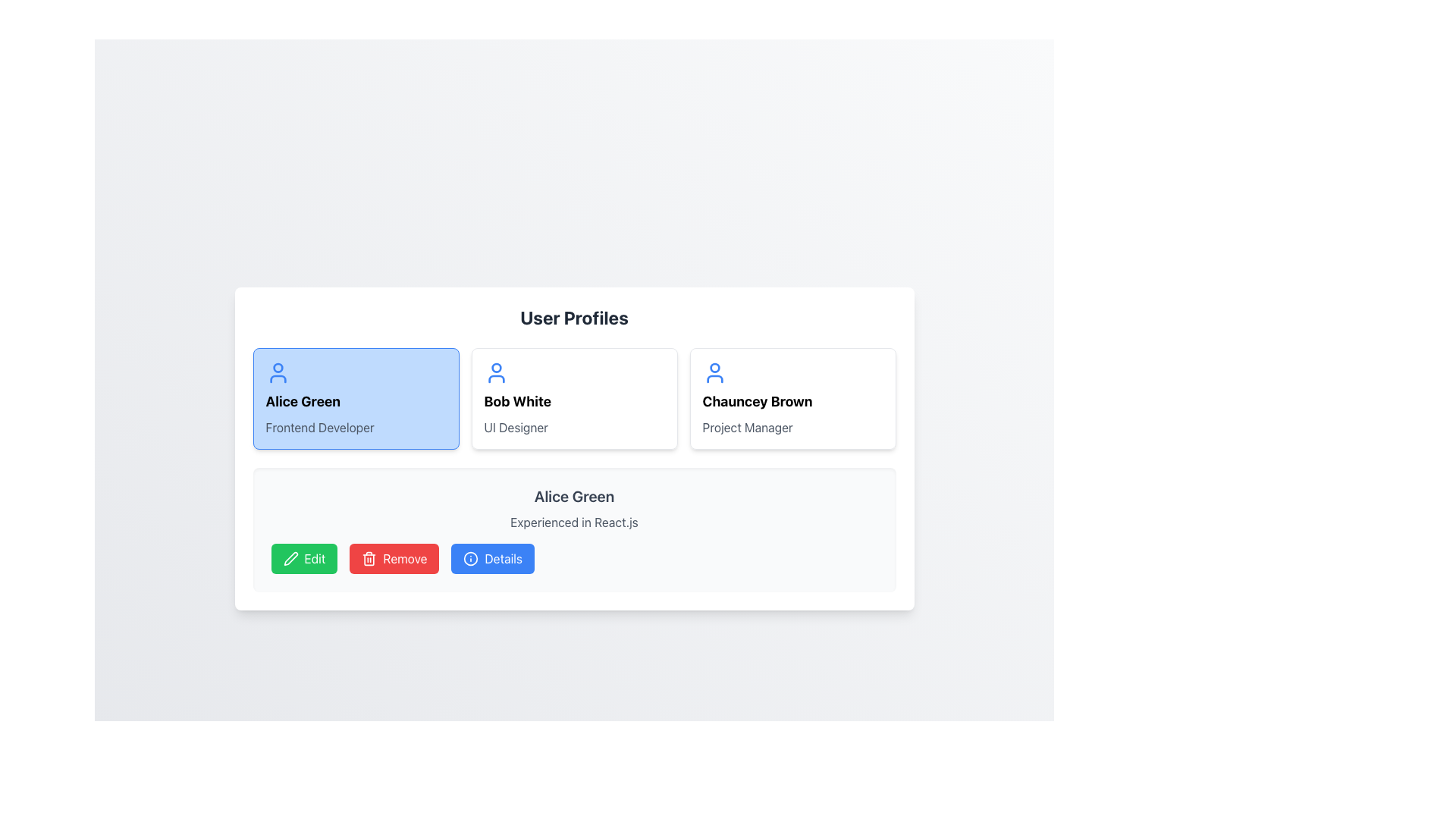 The height and width of the screenshot is (819, 1456). What do you see at coordinates (573, 447) in the screenshot?
I see `the highlighted profile card for Bob White, the UI Designer, which is the second card in the user profiles section` at bounding box center [573, 447].